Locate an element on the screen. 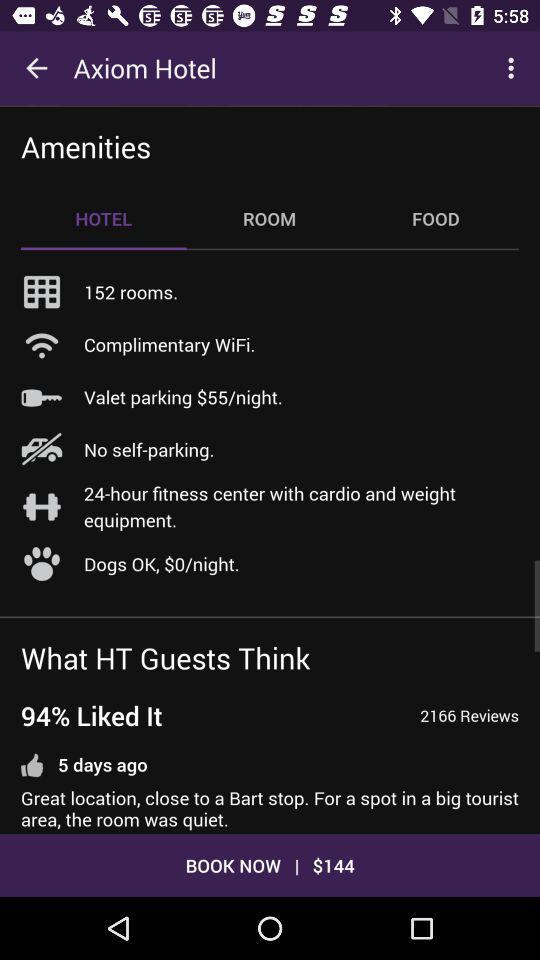  the icon above the no self-parking. is located at coordinates (183, 396).